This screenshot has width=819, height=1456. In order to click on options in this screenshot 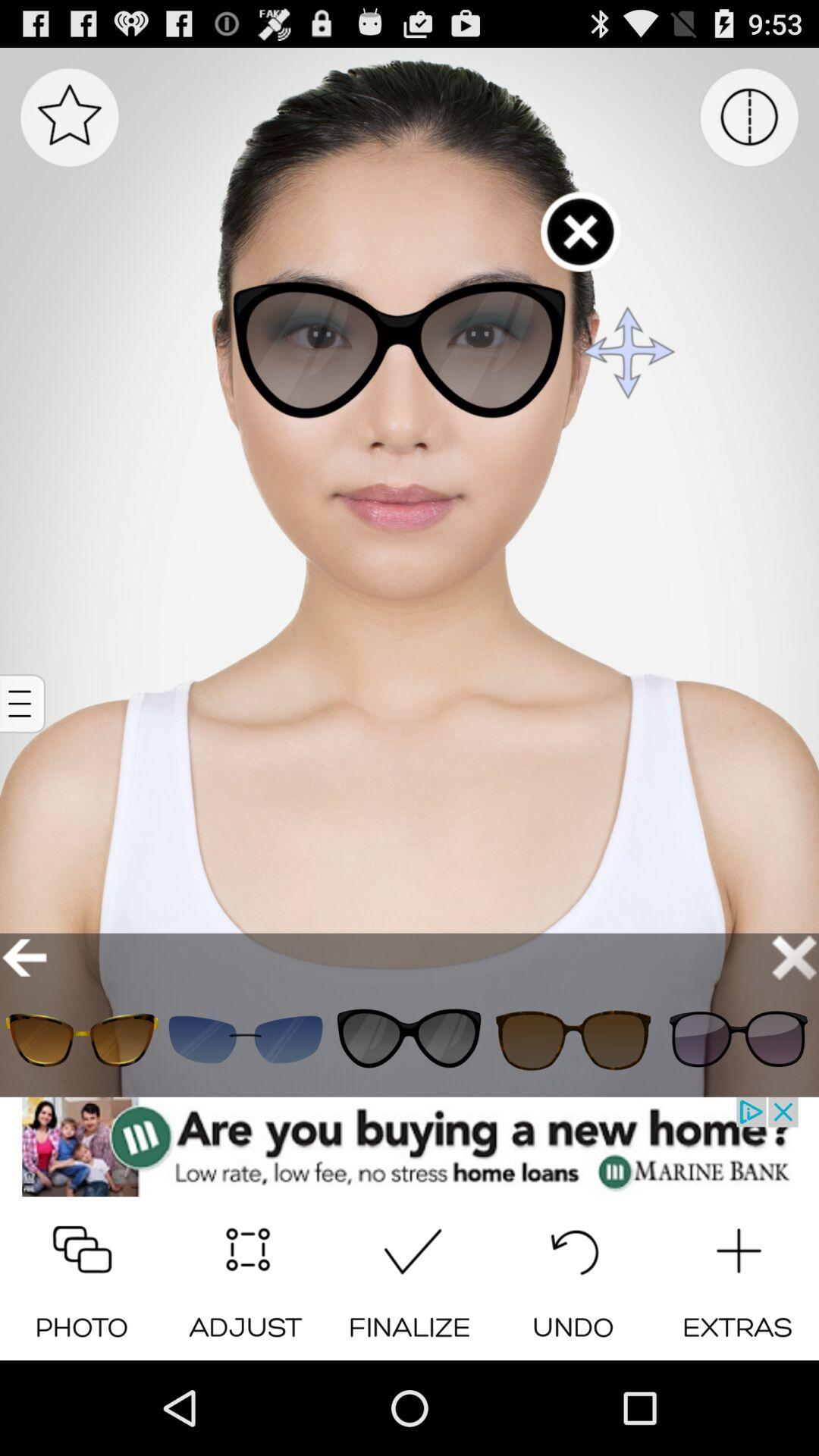, I will do `click(24, 703)`.